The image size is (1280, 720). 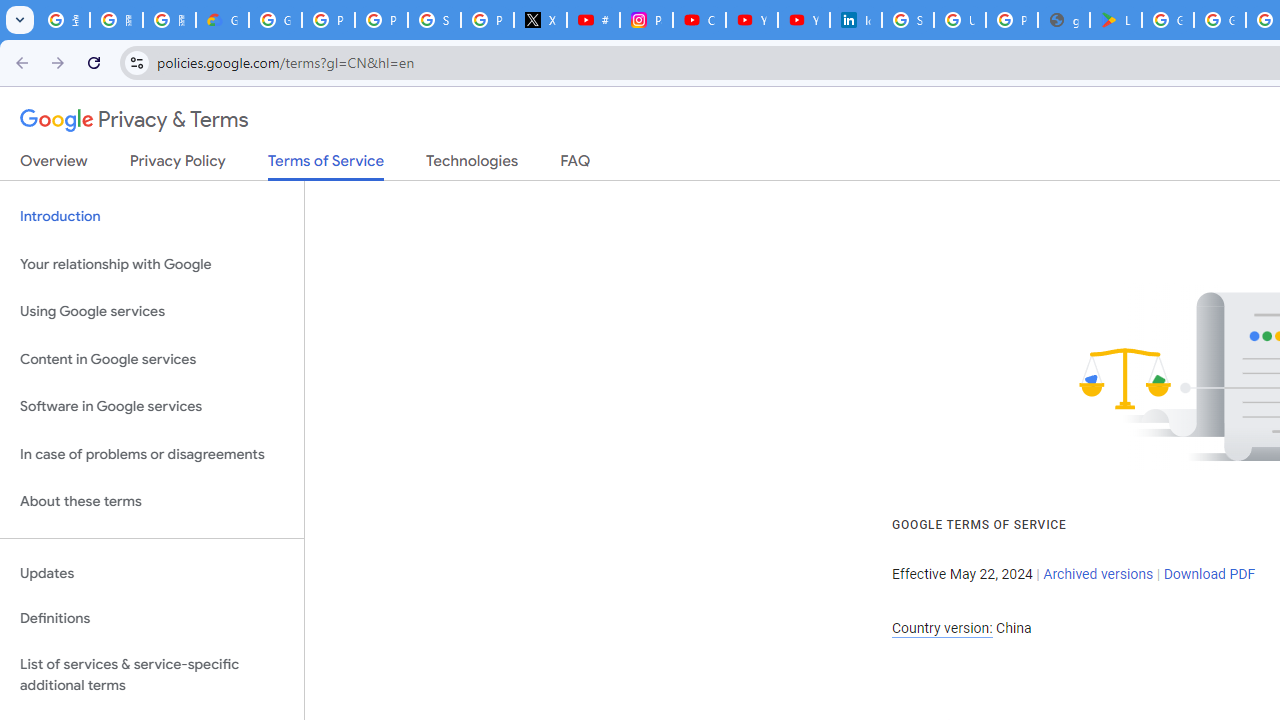 What do you see at coordinates (151, 358) in the screenshot?
I see `'Content in Google services'` at bounding box center [151, 358].